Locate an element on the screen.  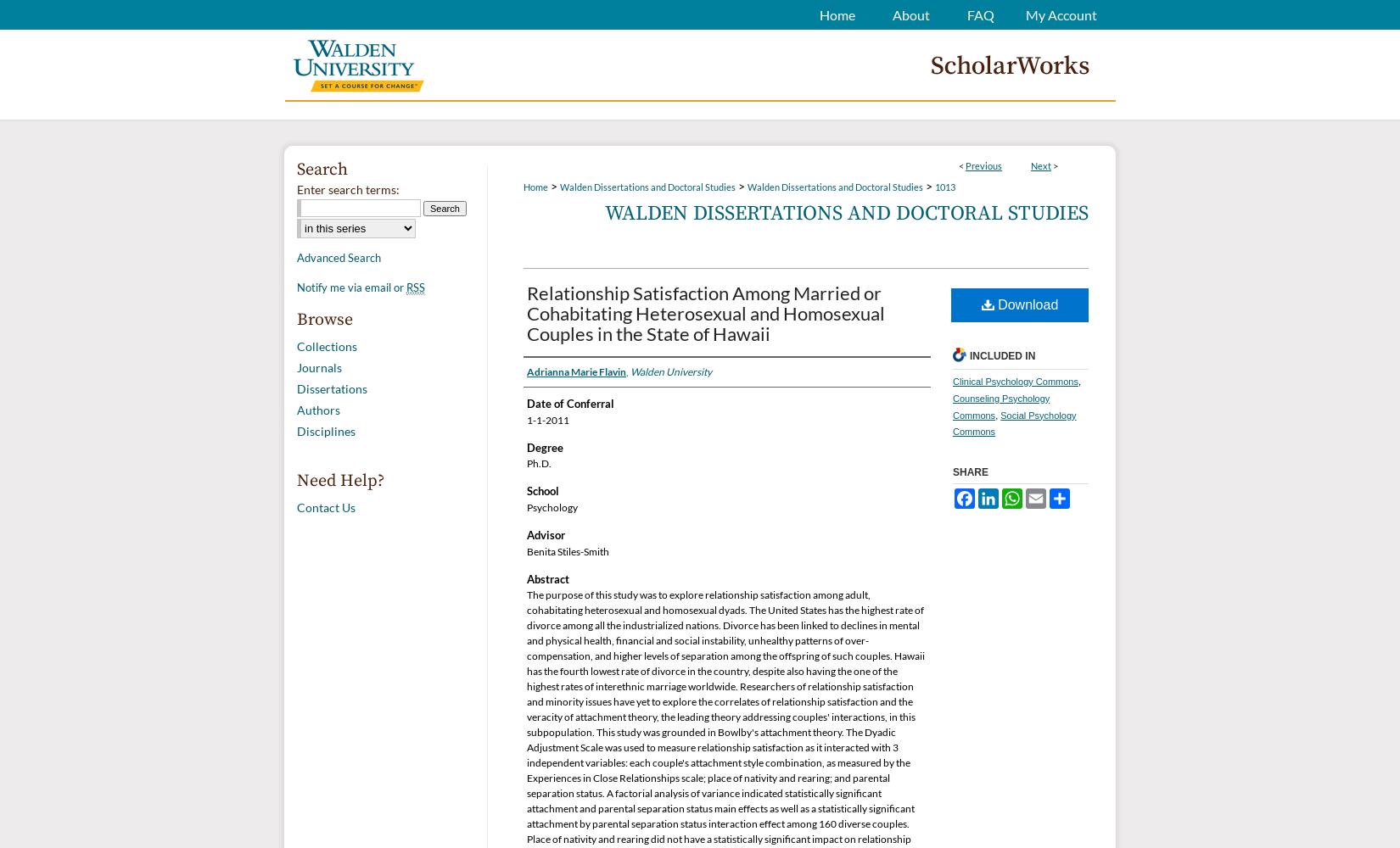
'Authors' is located at coordinates (318, 409).